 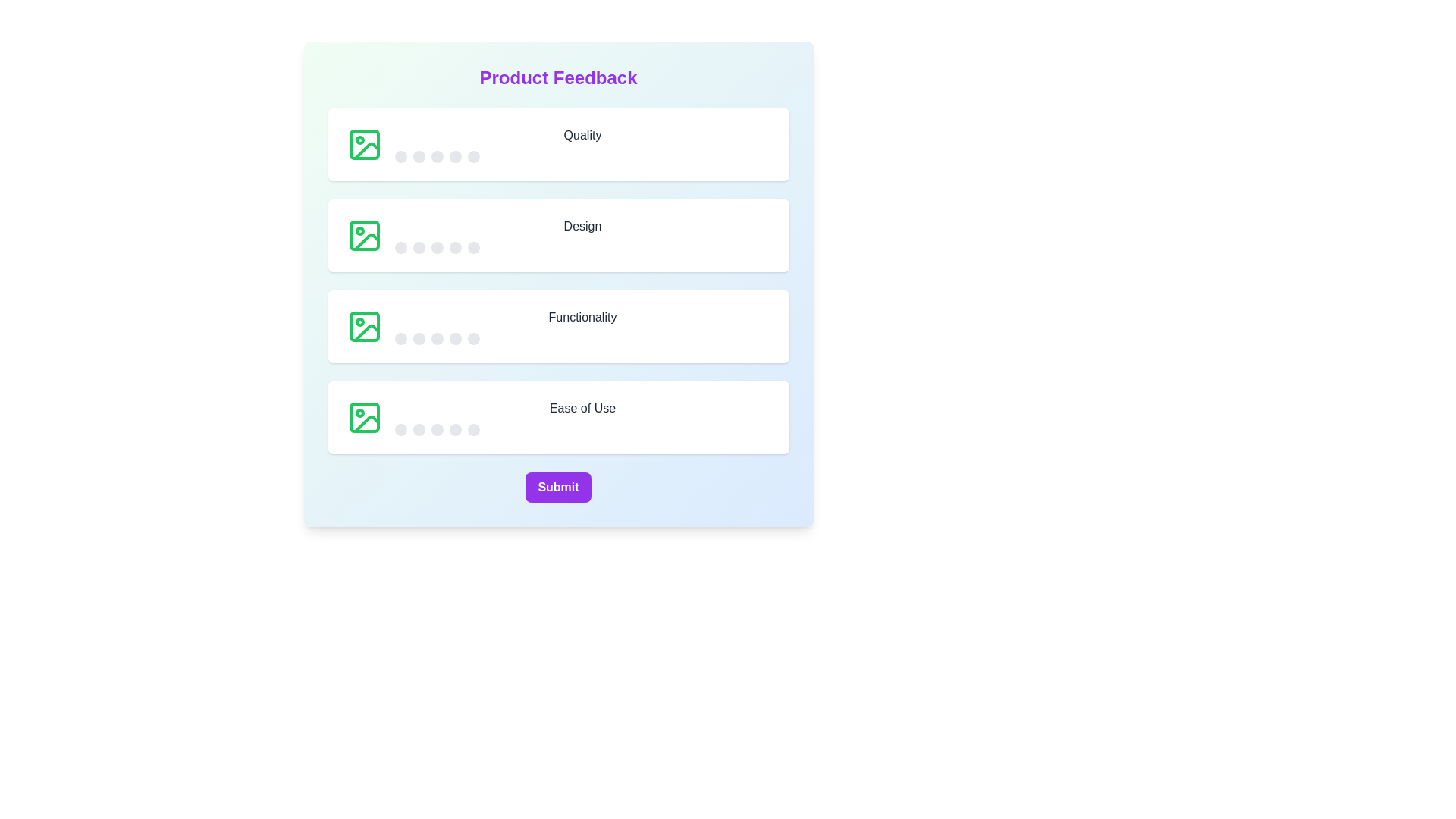 What do you see at coordinates (454, 430) in the screenshot?
I see `the star corresponding to 4 stars for the 'Ease of Use' category` at bounding box center [454, 430].